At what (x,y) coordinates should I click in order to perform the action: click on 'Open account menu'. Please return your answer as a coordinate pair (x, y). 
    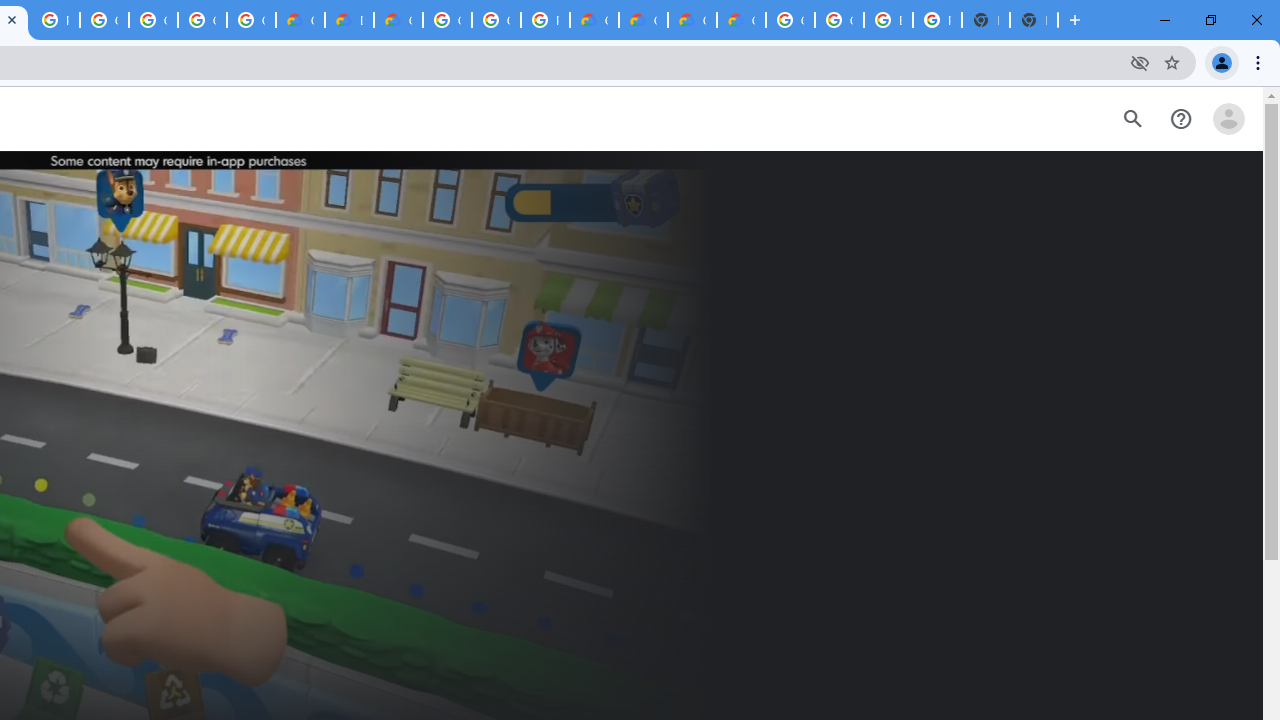
    Looking at the image, I should click on (1227, 119).